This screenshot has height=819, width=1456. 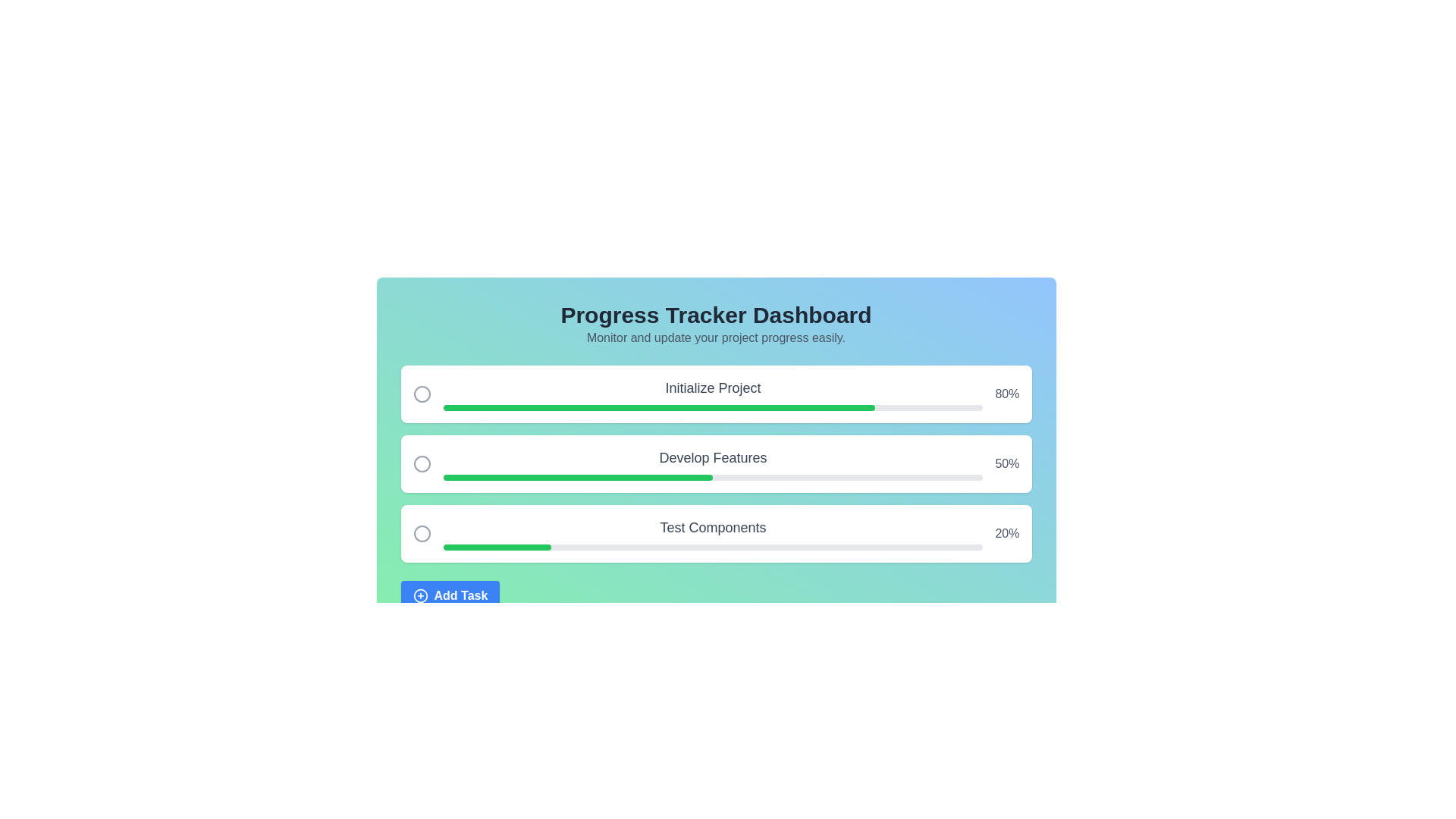 I want to click on the progress tracker widget indicating the task 'Initialize Project' by moving the cursor to its center point, so click(x=715, y=394).